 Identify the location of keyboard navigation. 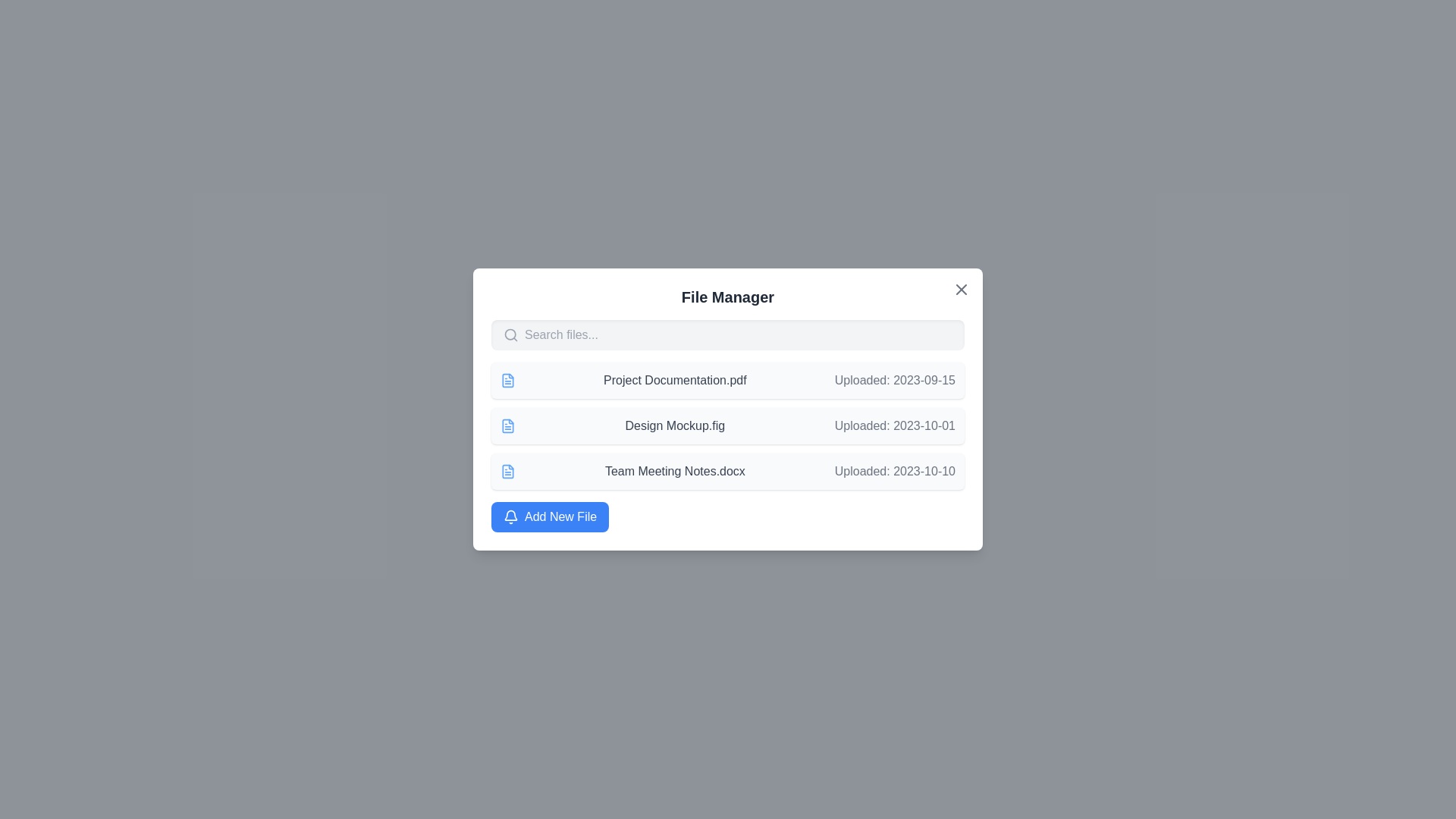
(549, 516).